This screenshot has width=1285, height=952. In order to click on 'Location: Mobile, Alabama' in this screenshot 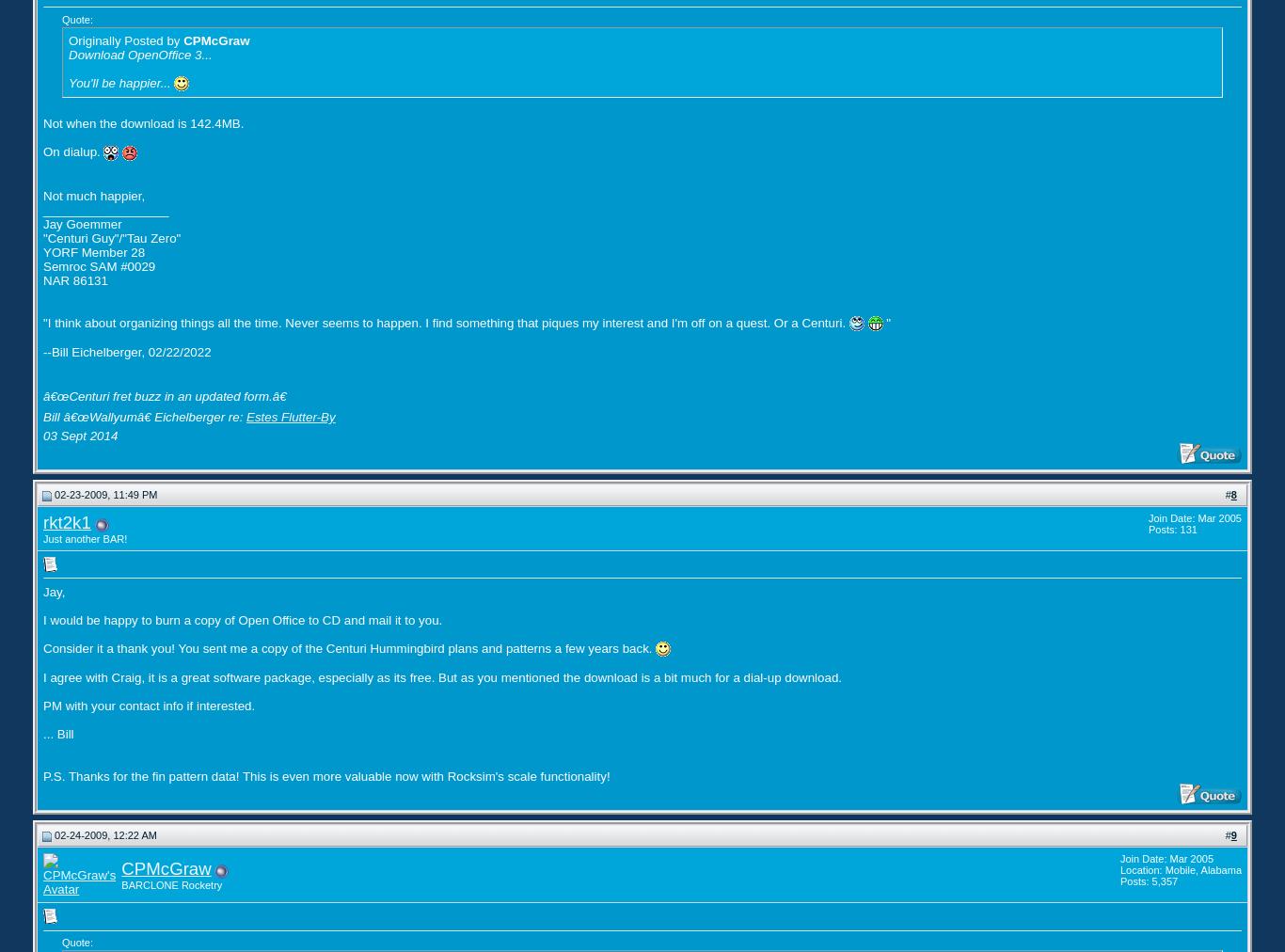, I will do `click(1179, 869)`.